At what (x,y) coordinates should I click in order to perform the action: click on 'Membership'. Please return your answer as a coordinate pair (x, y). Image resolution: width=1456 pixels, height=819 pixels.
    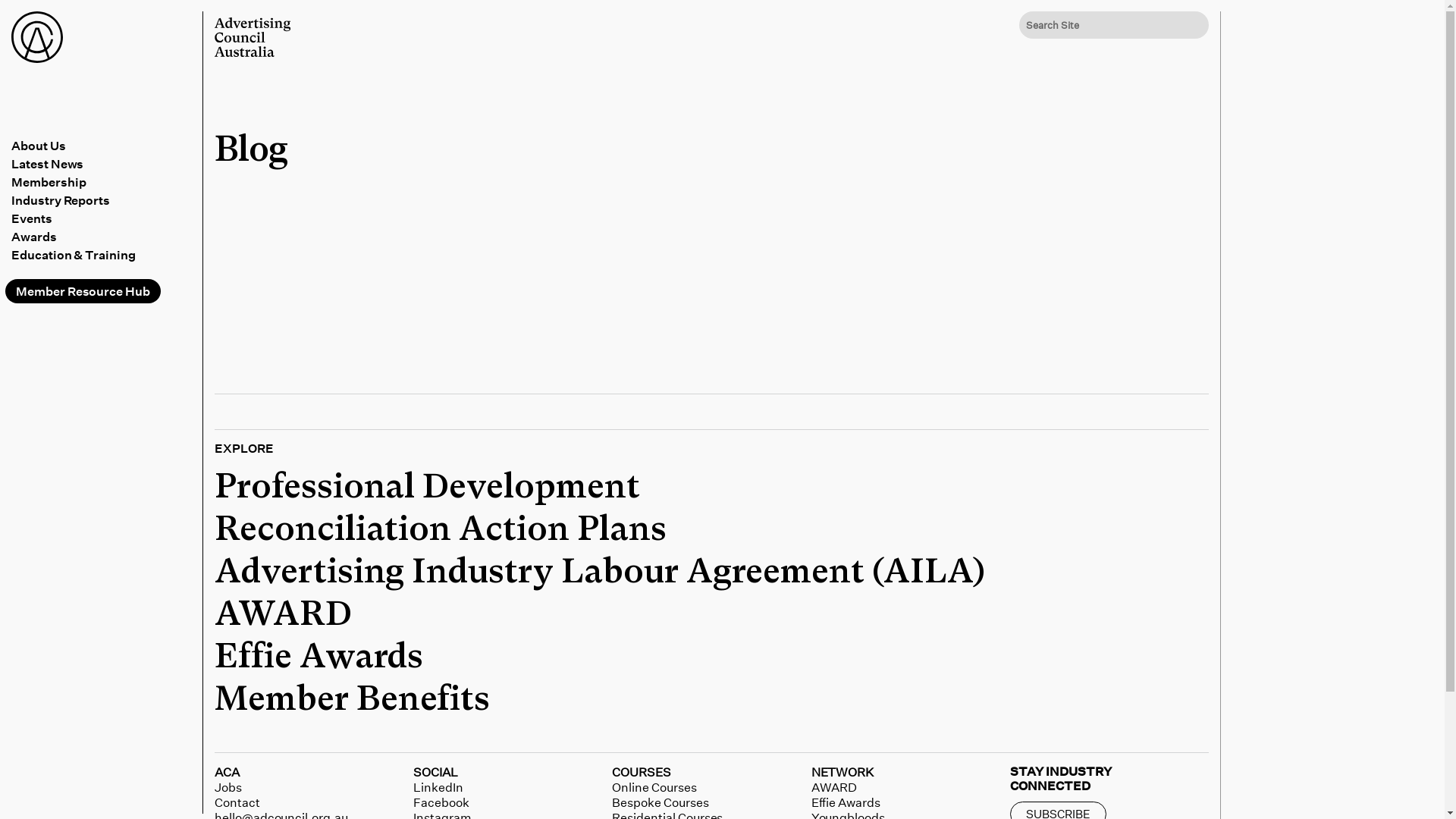
    Looking at the image, I should click on (103, 180).